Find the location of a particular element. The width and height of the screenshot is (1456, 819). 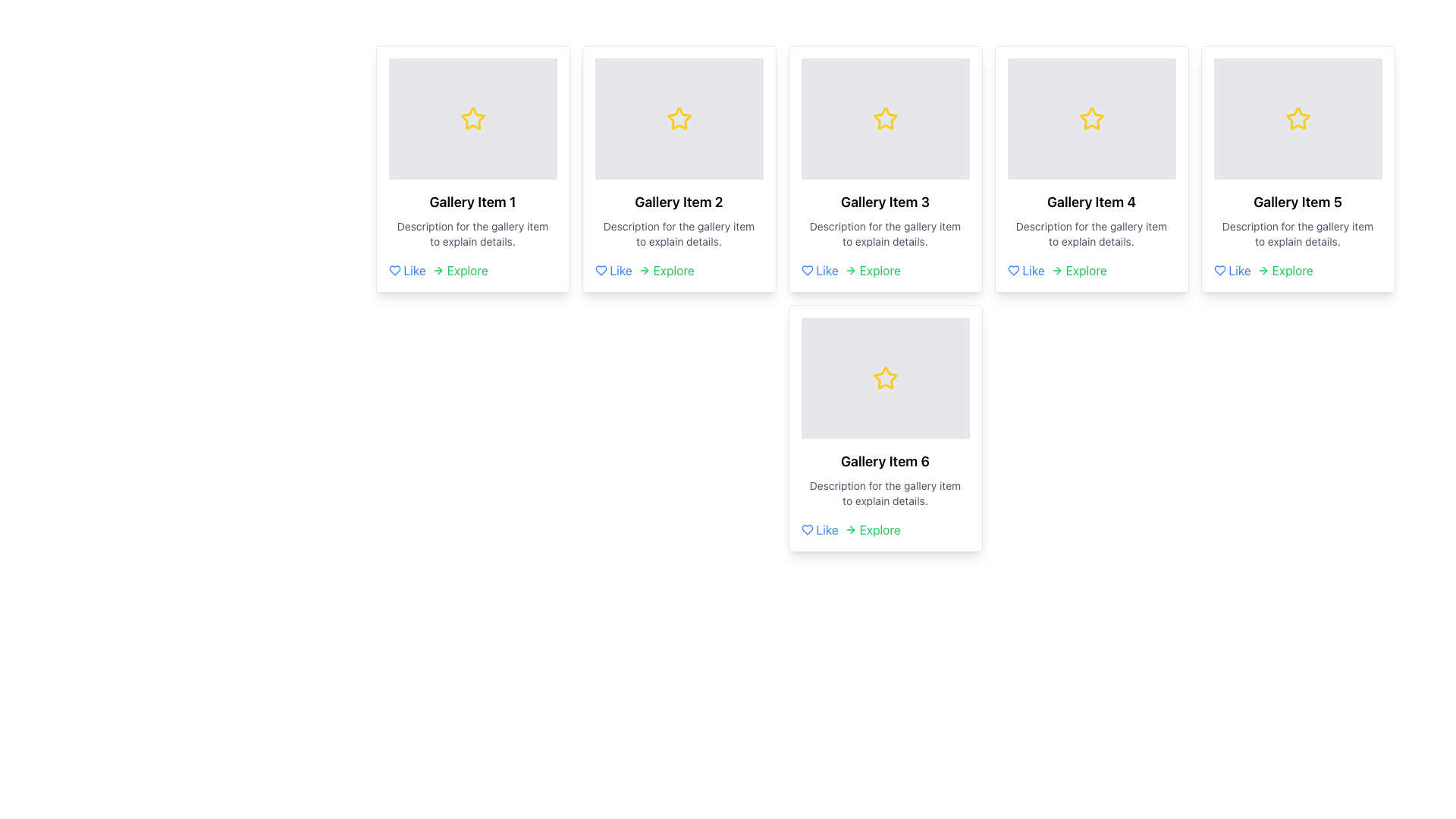

the rightward arrow icon, which is styled with a thin stroke in green, located within the 'Explore' link beneath 'Gallery Item 4' is located at coordinates (1056, 270).